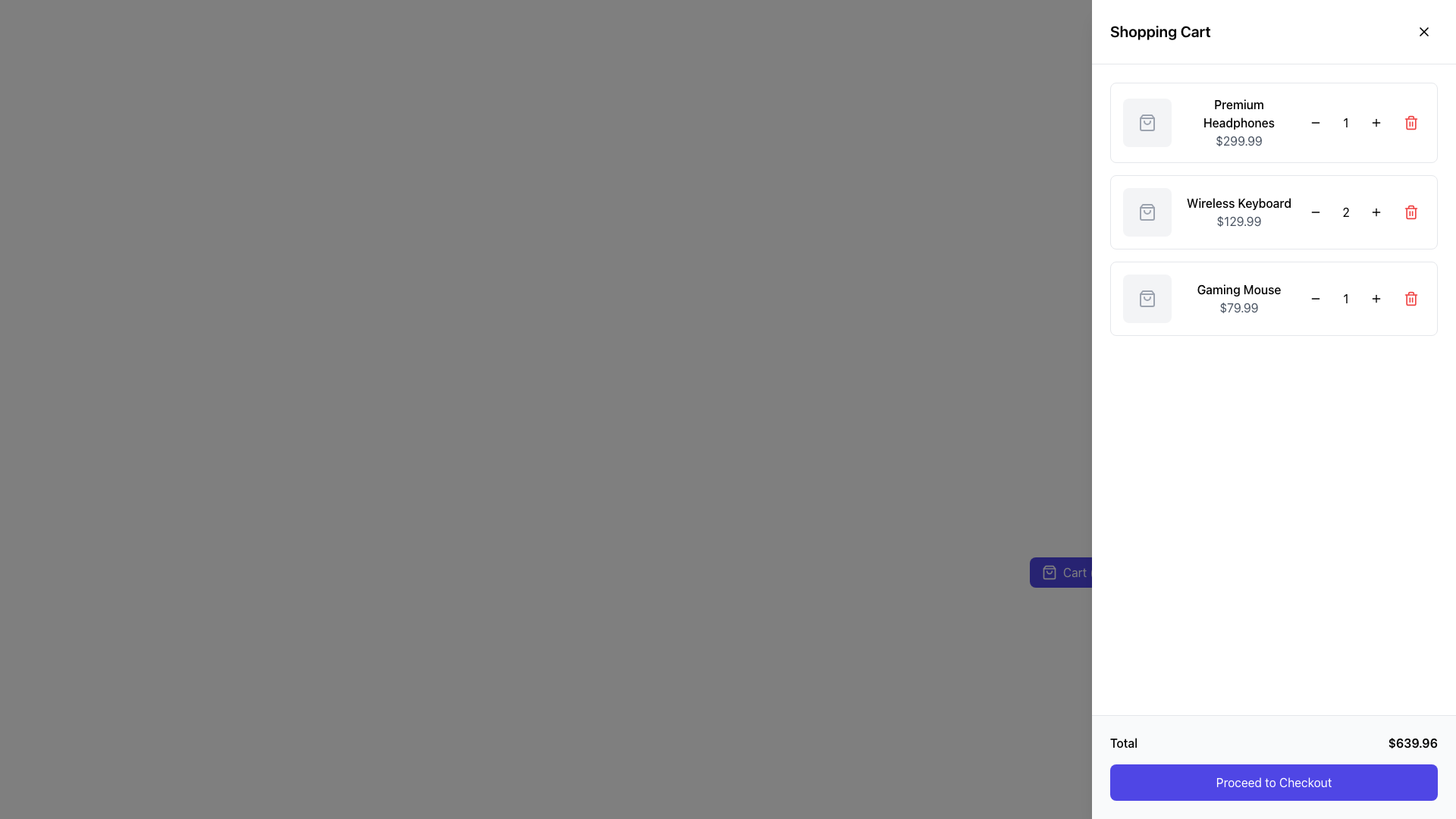  What do you see at coordinates (1238, 307) in the screenshot?
I see `the text displaying '$79.99' located in the cart panel beneath 'Gaming Mouse'` at bounding box center [1238, 307].